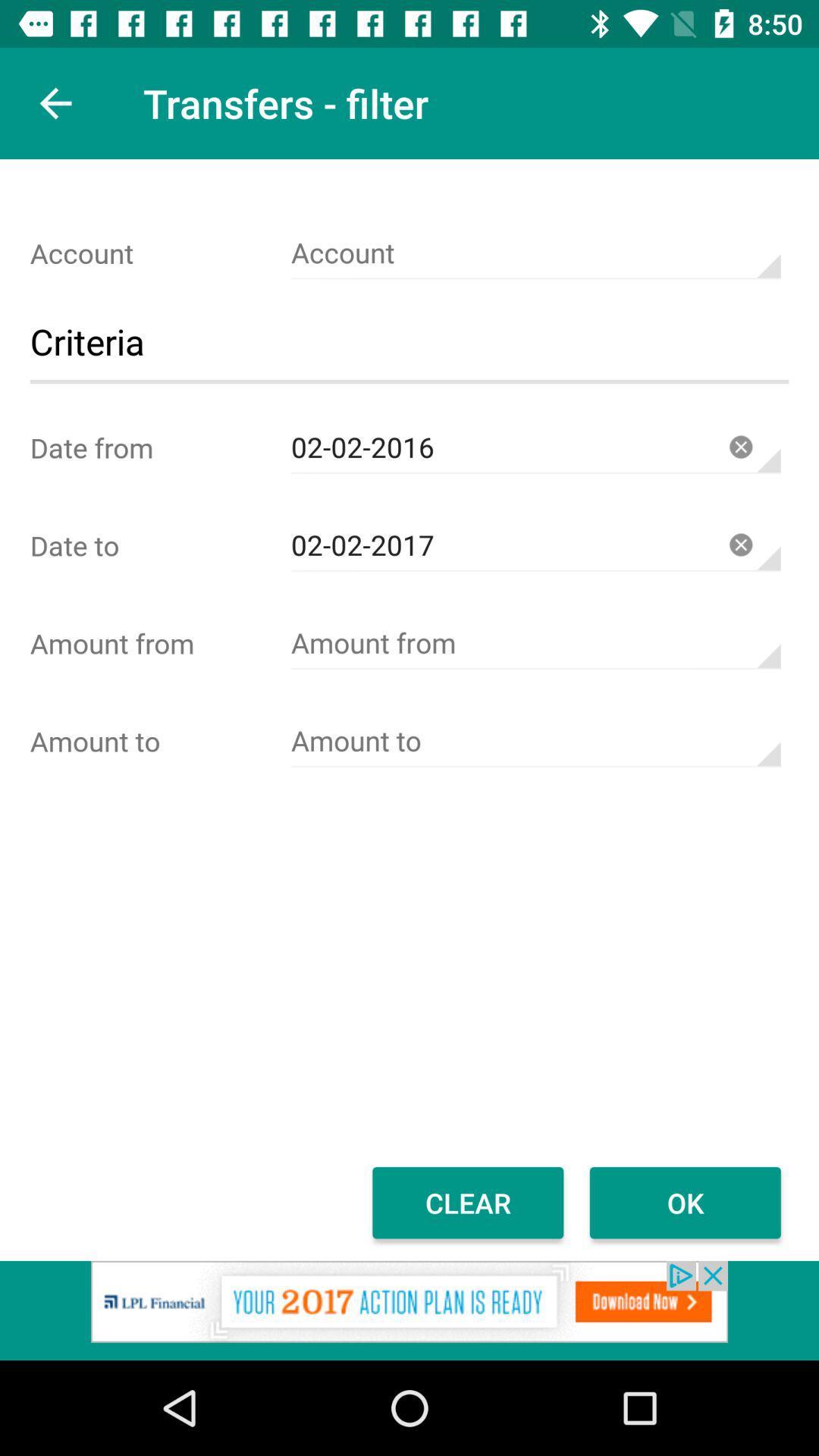 The width and height of the screenshot is (819, 1456). Describe the element at coordinates (535, 643) in the screenshot. I see `form field from` at that location.